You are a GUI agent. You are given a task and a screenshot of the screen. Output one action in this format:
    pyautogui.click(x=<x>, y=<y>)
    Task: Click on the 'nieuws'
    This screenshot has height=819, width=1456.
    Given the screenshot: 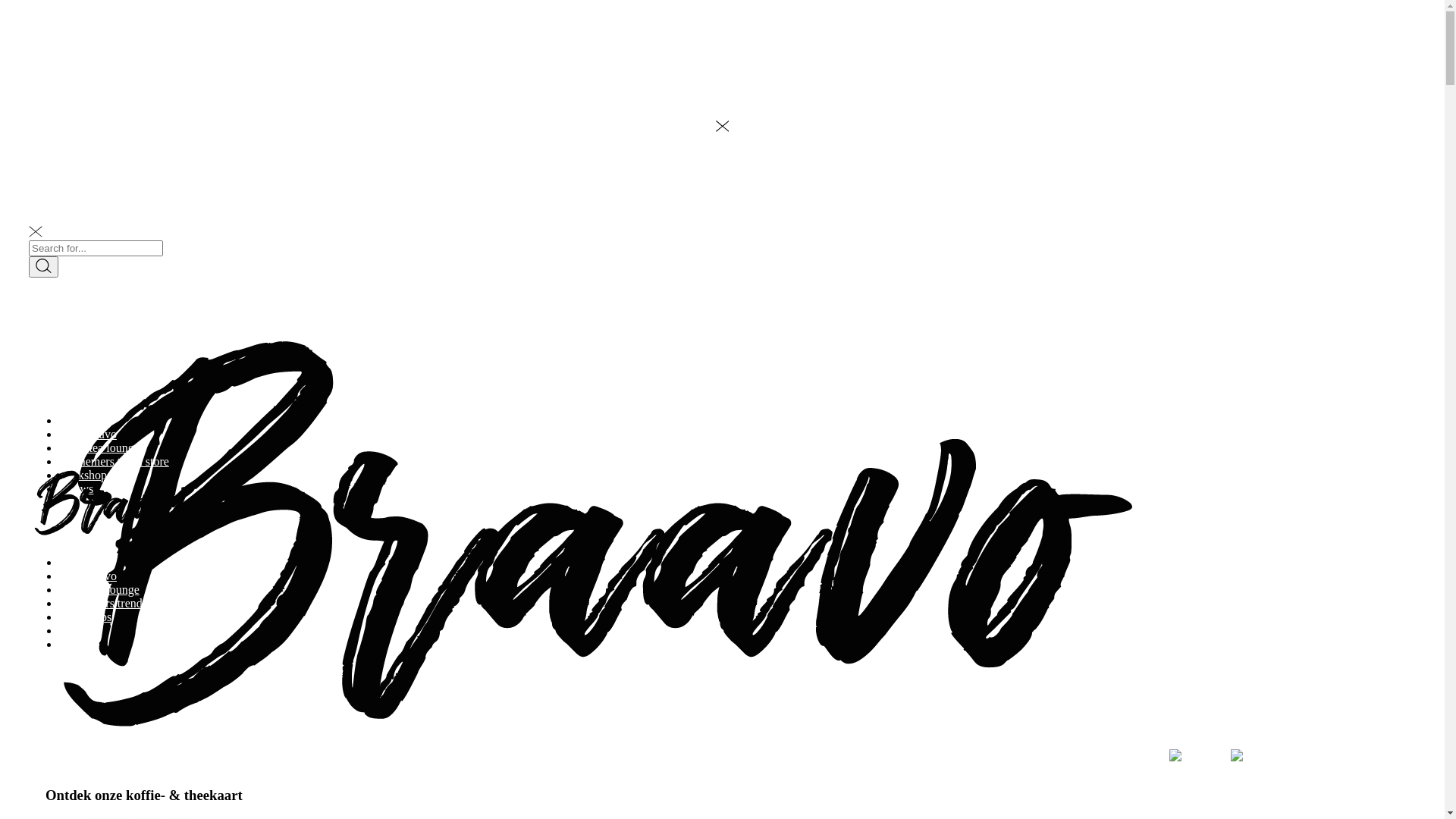 What is the action you would take?
    pyautogui.click(x=75, y=630)
    